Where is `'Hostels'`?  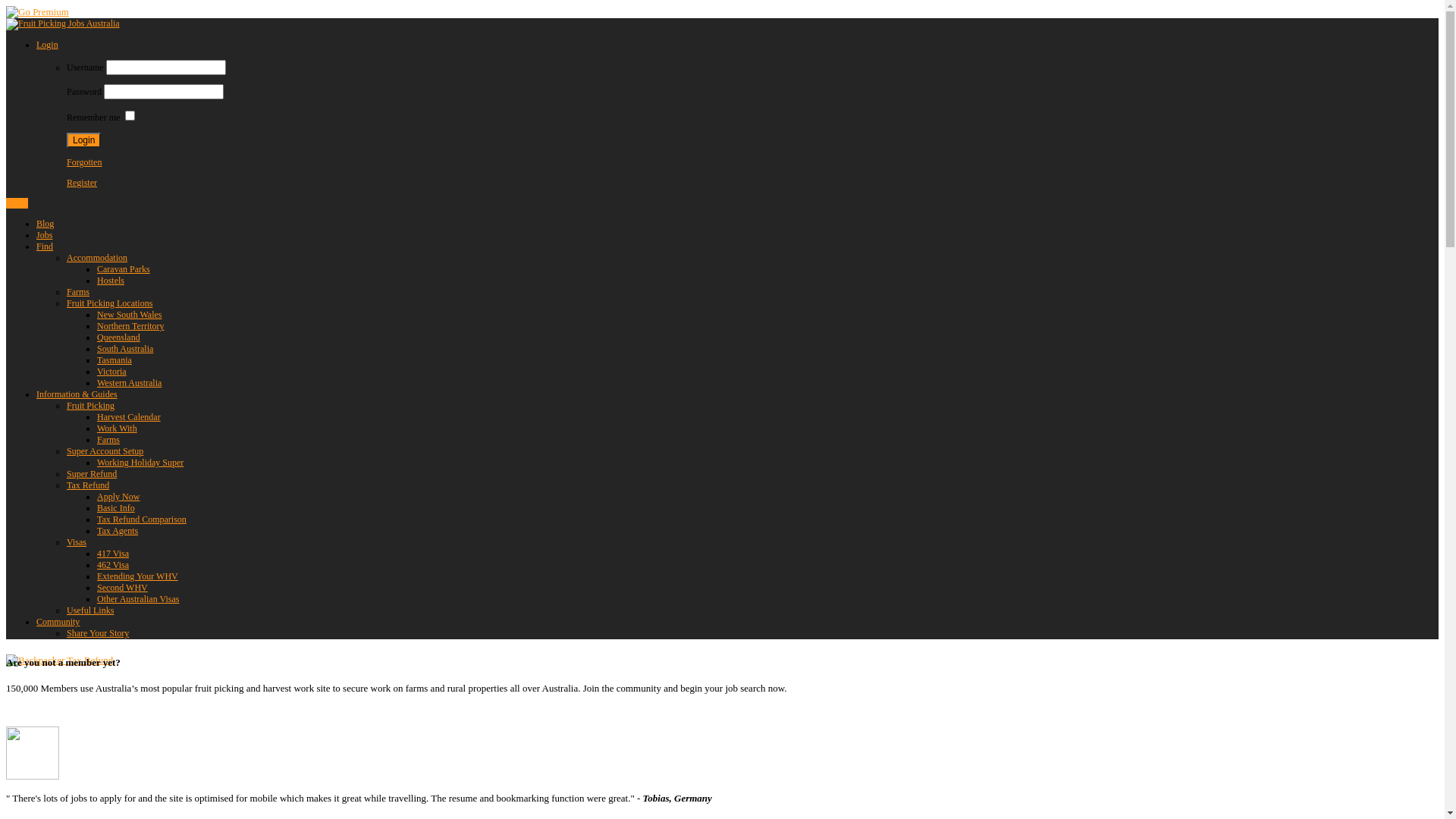 'Hostels' is located at coordinates (109, 281).